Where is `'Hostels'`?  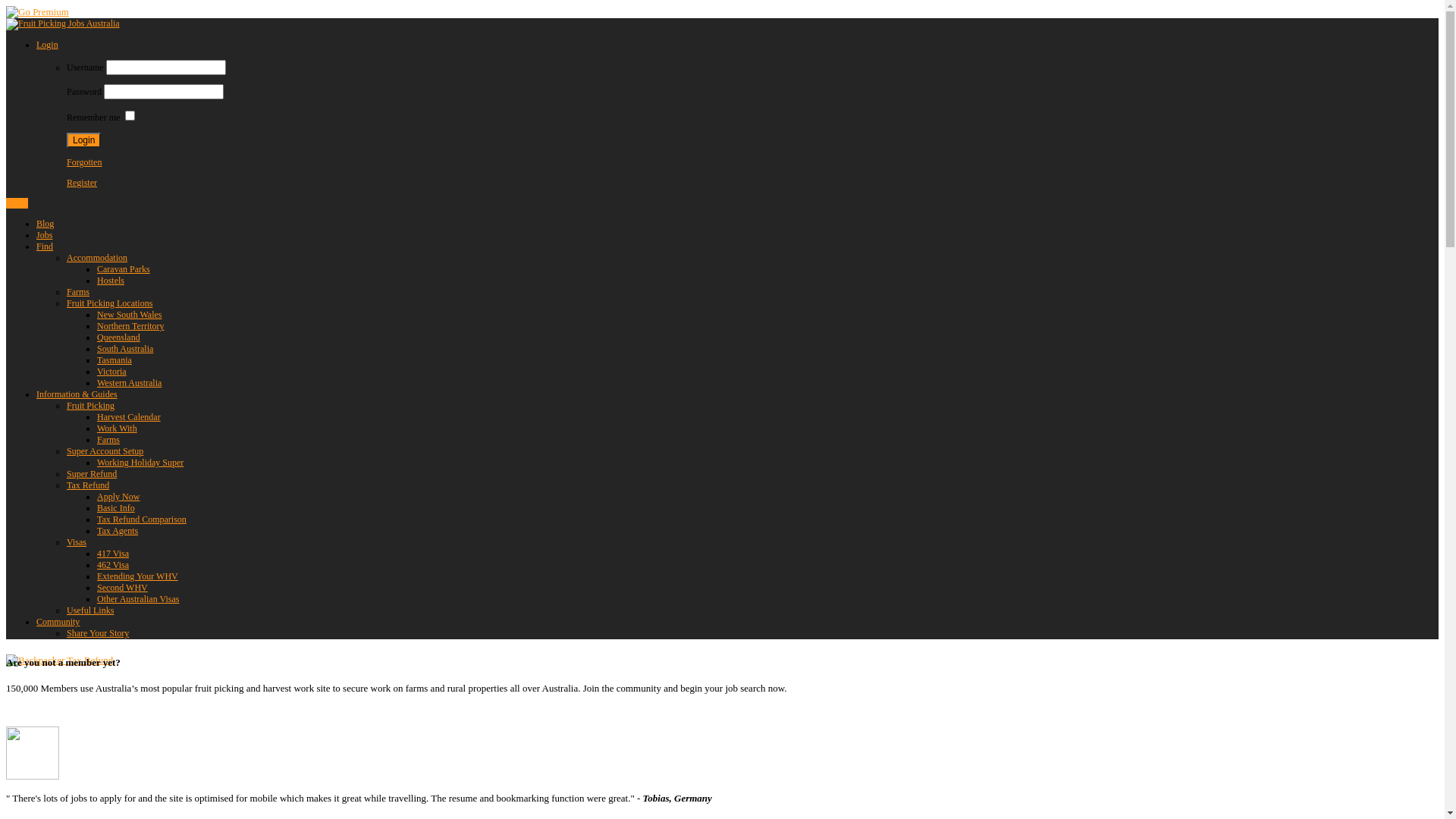 'Hostels' is located at coordinates (109, 281).